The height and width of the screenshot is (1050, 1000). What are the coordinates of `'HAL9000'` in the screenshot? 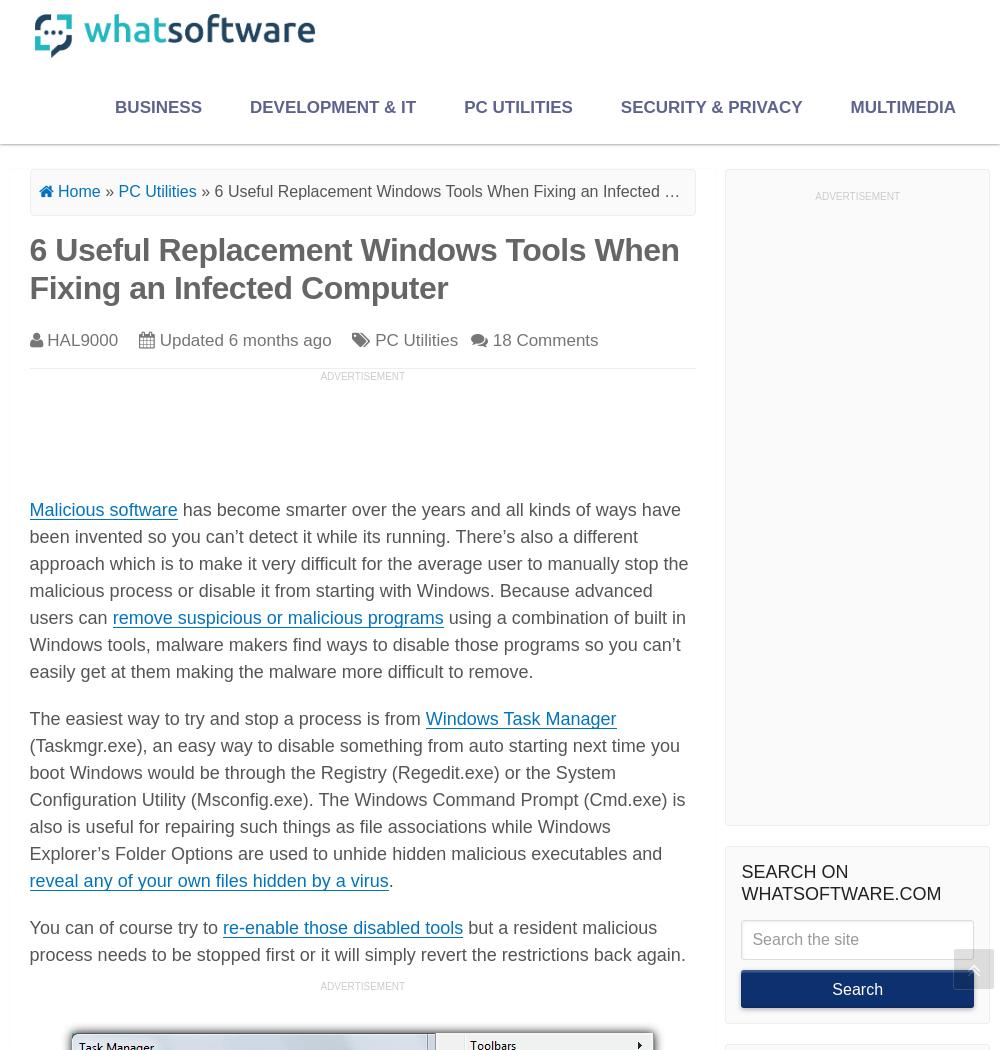 It's located at (81, 338).